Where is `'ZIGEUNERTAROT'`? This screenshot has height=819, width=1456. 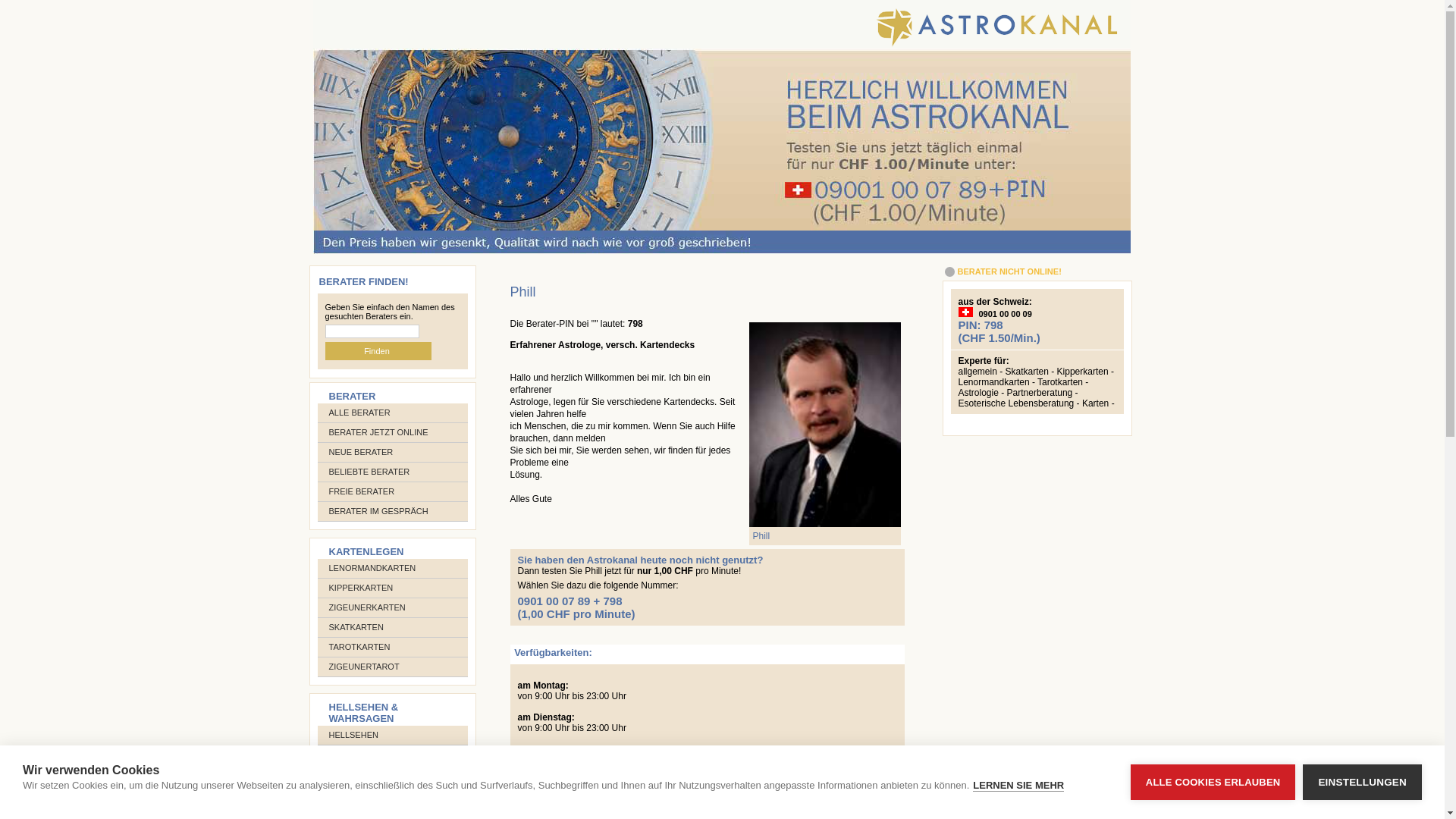 'ZIGEUNERTAROT' is located at coordinates (364, 666).